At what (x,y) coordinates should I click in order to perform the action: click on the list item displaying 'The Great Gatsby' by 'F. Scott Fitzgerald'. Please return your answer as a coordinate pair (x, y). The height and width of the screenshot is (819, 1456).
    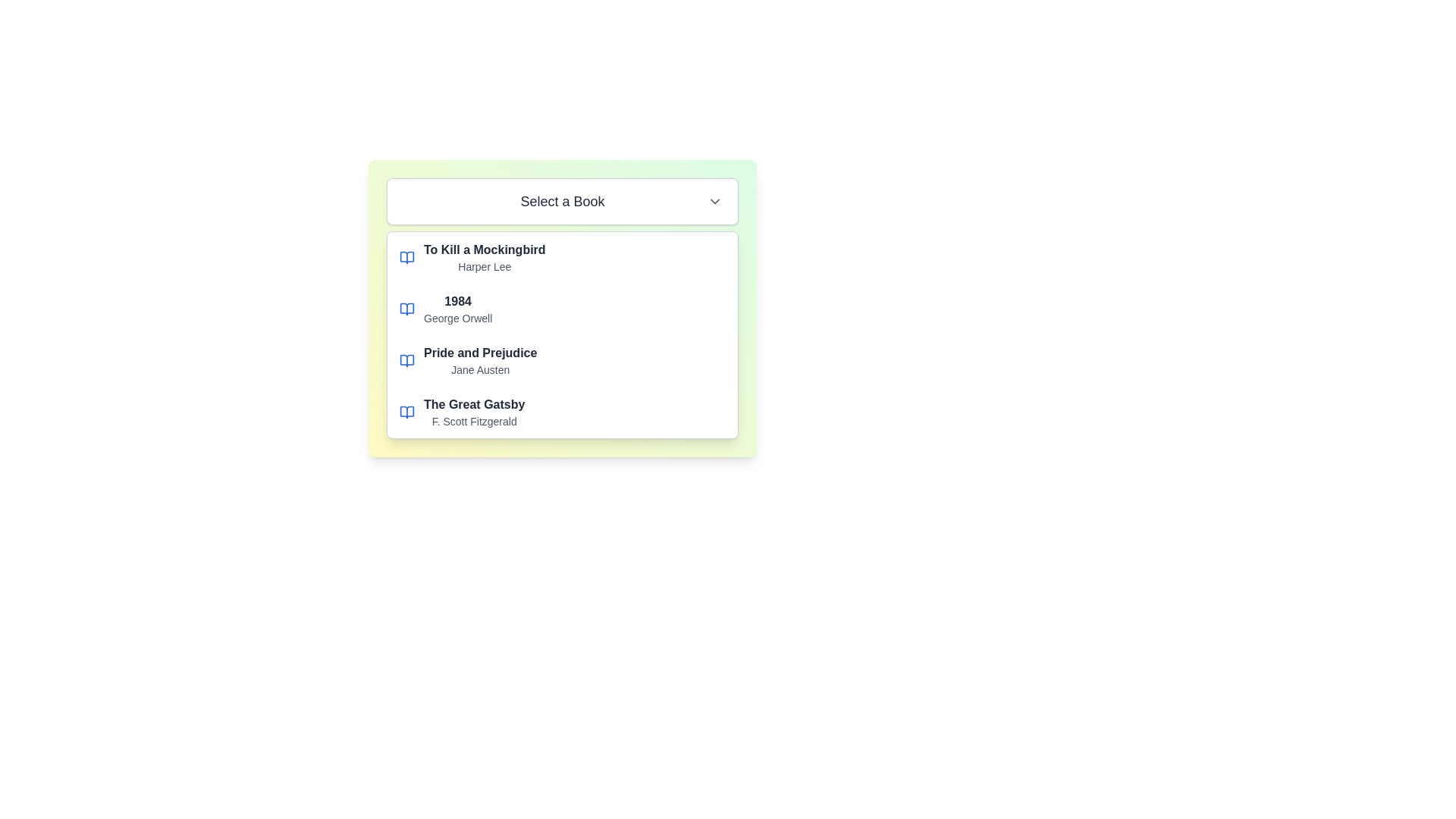
    Looking at the image, I should click on (562, 412).